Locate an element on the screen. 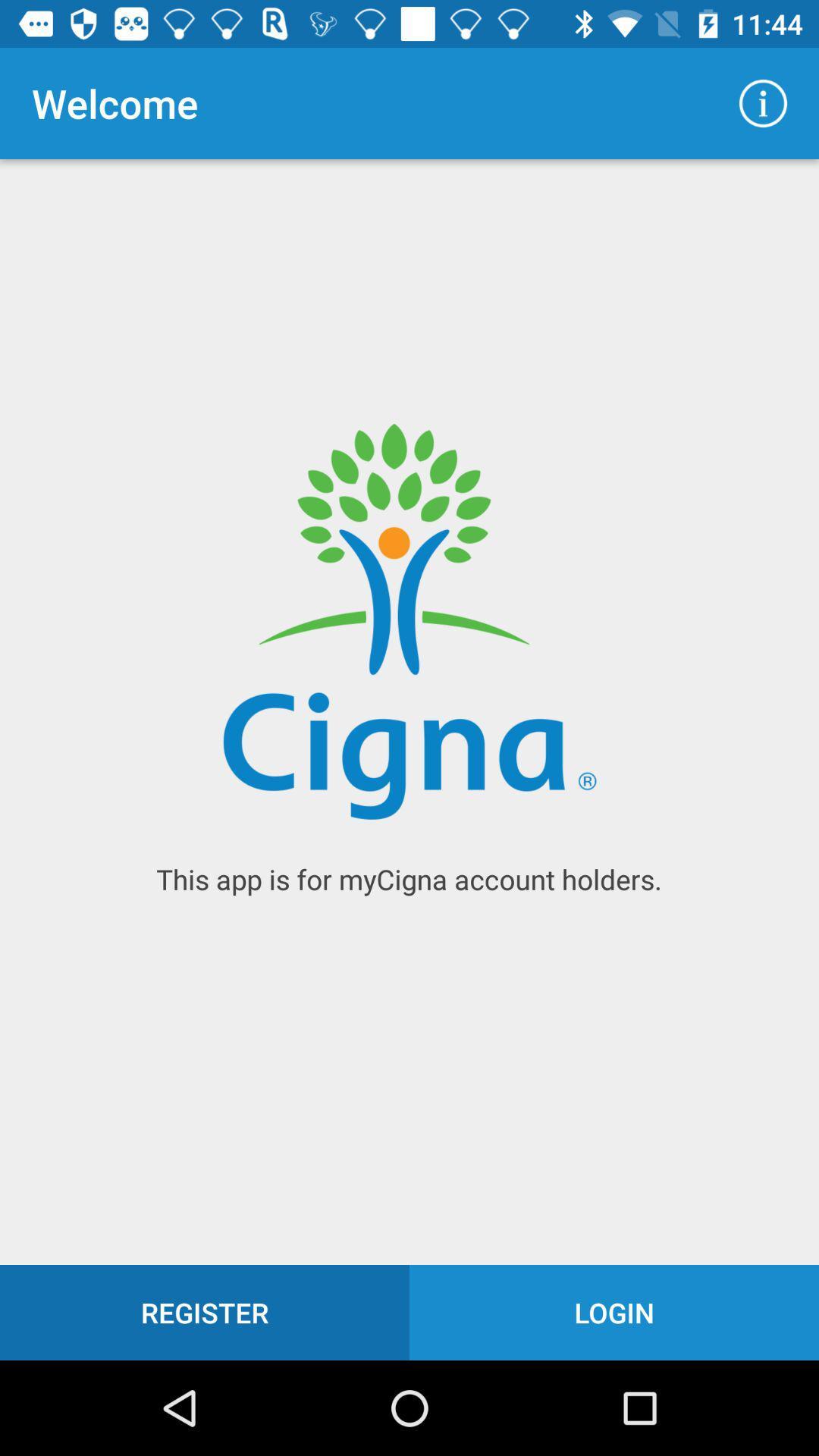  the icon at the top right corner is located at coordinates (763, 102).